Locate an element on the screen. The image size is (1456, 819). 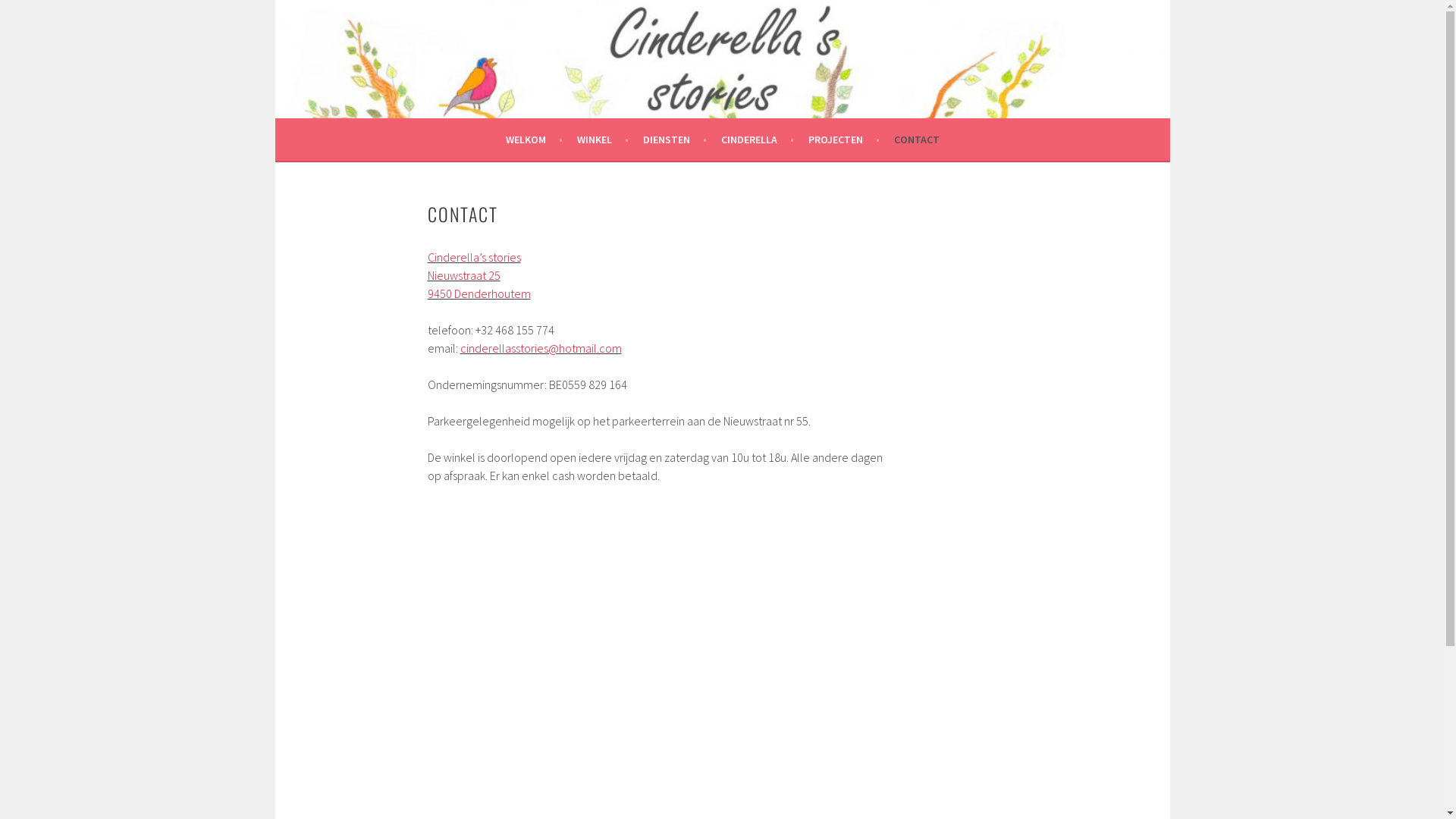
'CONTACT' is located at coordinates (915, 140).